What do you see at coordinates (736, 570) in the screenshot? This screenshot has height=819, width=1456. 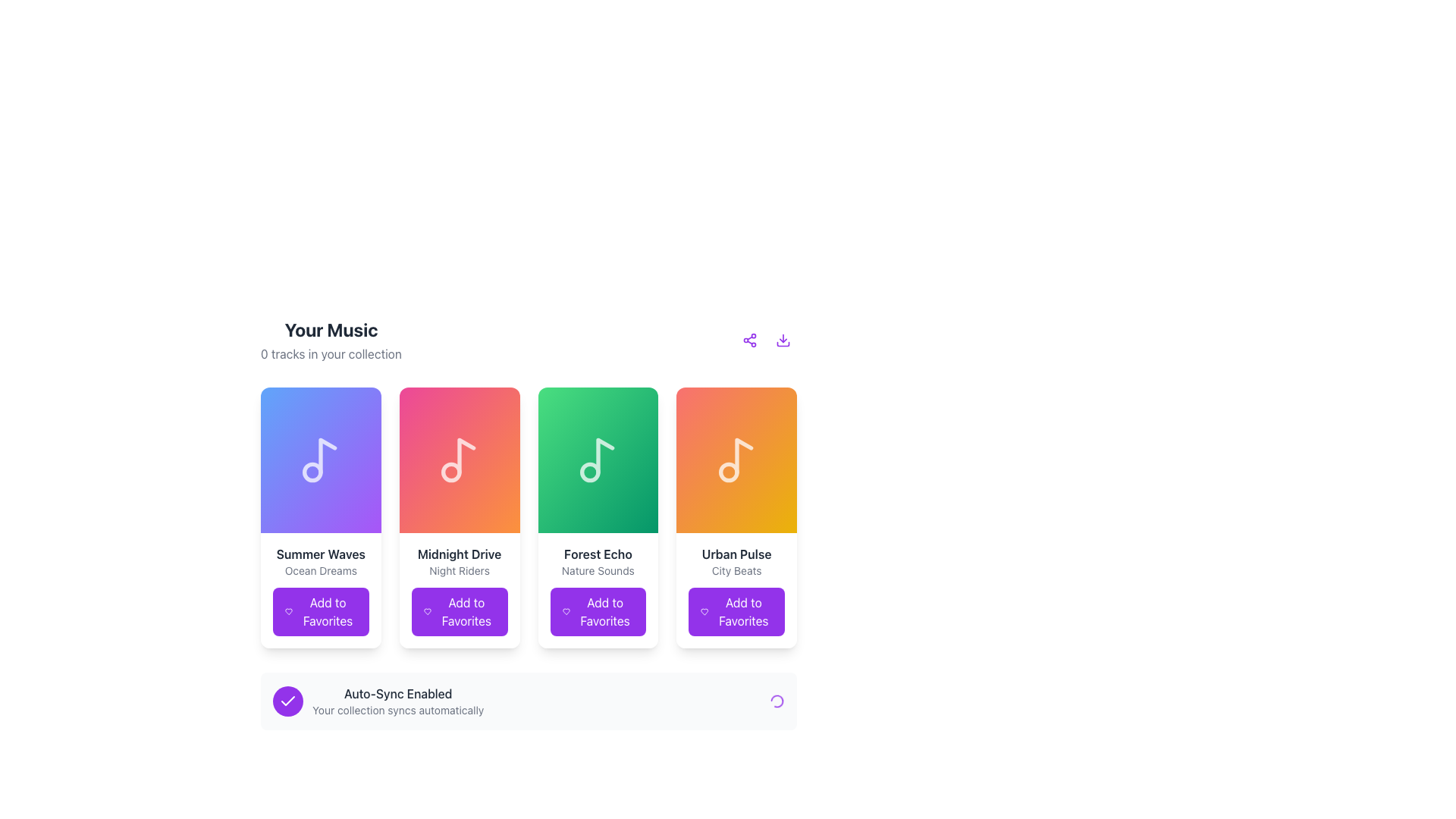 I see `the static text label reading 'City Beats', which is styled in gray and is positioned below 'Urban Pulse' within the card layout` at bounding box center [736, 570].